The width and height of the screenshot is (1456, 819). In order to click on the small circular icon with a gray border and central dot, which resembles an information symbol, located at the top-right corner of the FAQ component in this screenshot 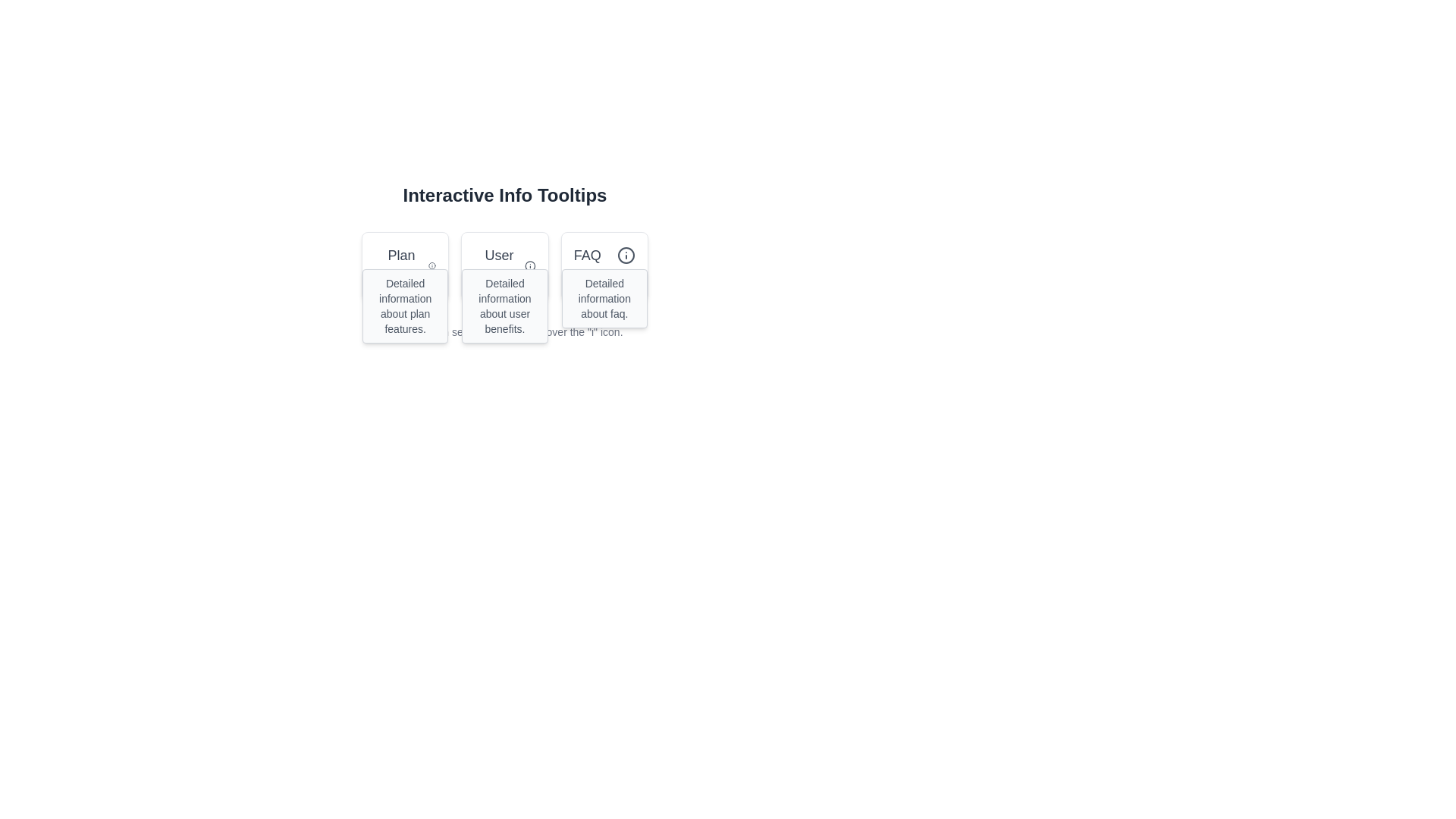, I will do `click(626, 254)`.